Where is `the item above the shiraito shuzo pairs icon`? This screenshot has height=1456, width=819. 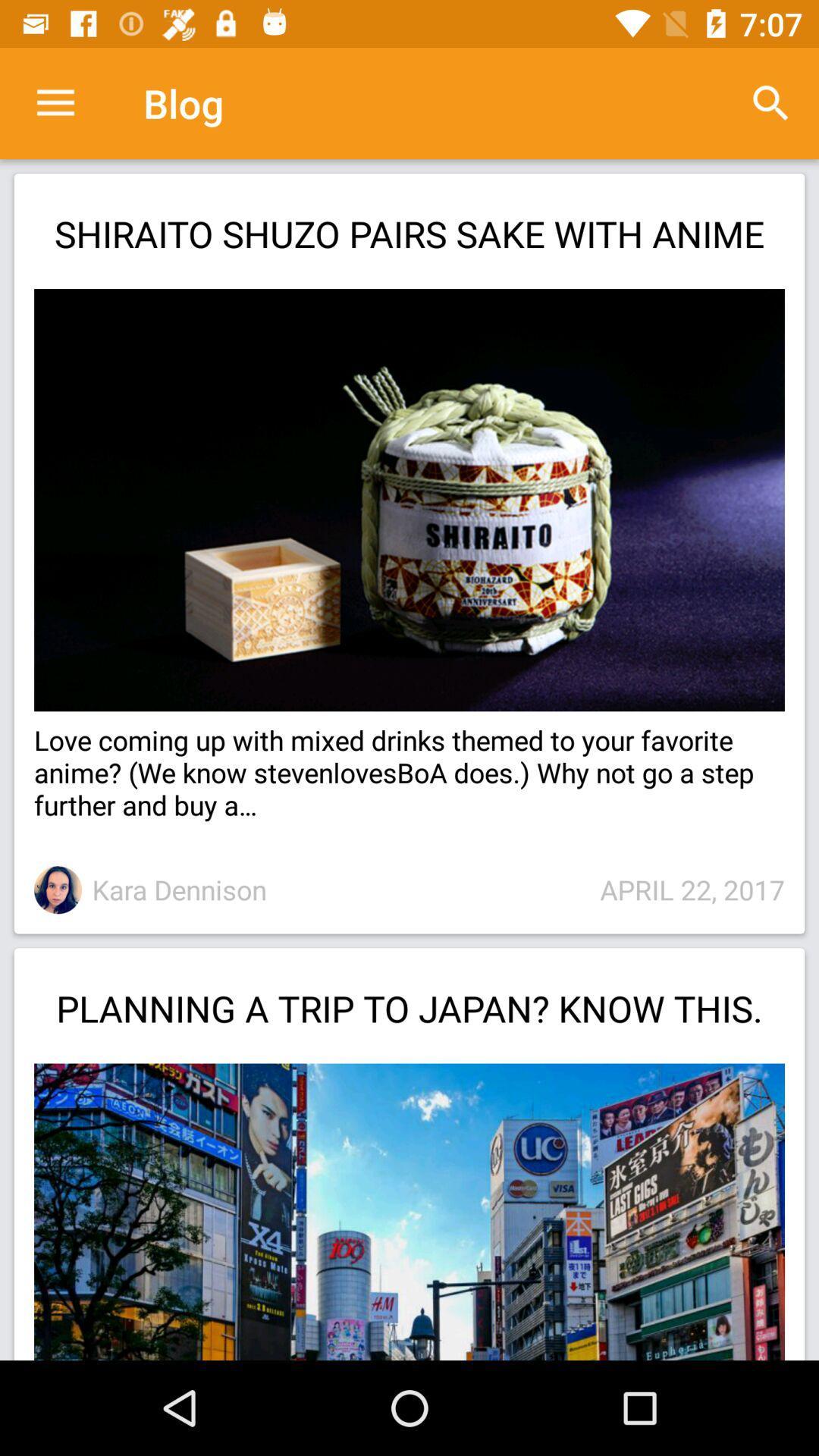 the item above the shiraito shuzo pairs icon is located at coordinates (771, 102).